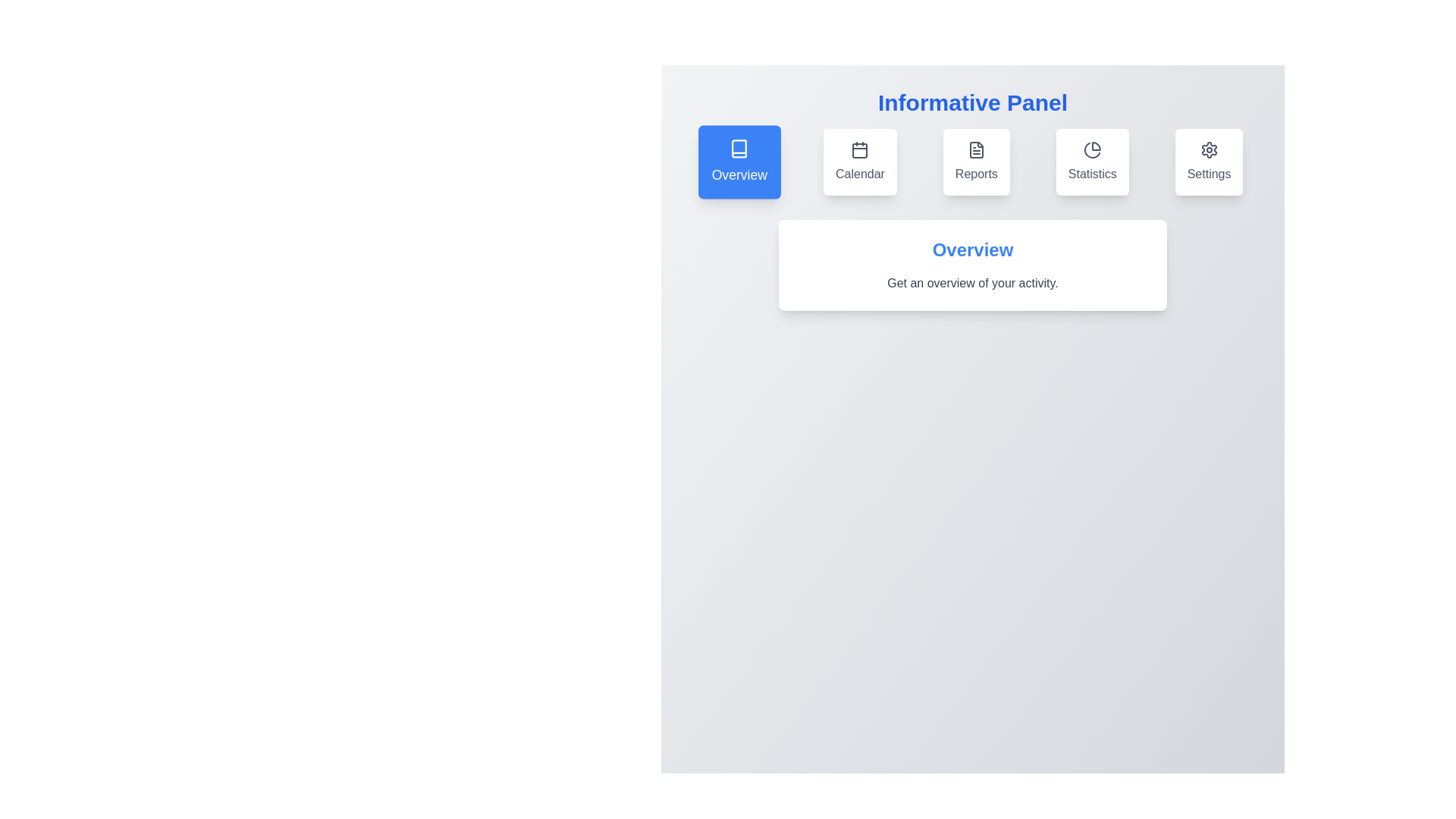 This screenshot has height=819, width=1456. What do you see at coordinates (1208, 162) in the screenshot?
I see `the 'Settings' card, which is a white rectangular button with a gray gear icon at the top and the text 'Settings' below it` at bounding box center [1208, 162].